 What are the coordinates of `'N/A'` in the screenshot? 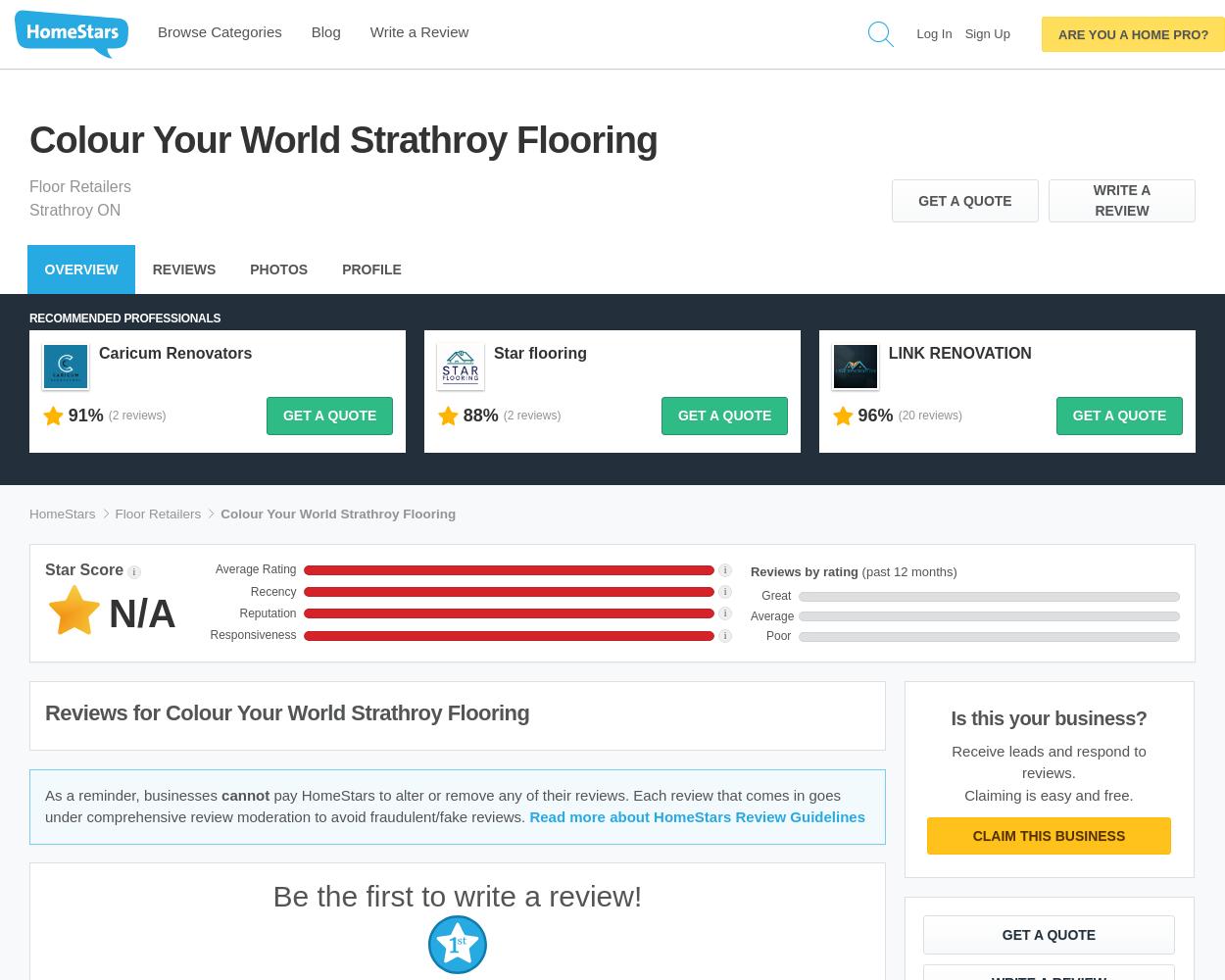 It's located at (142, 613).